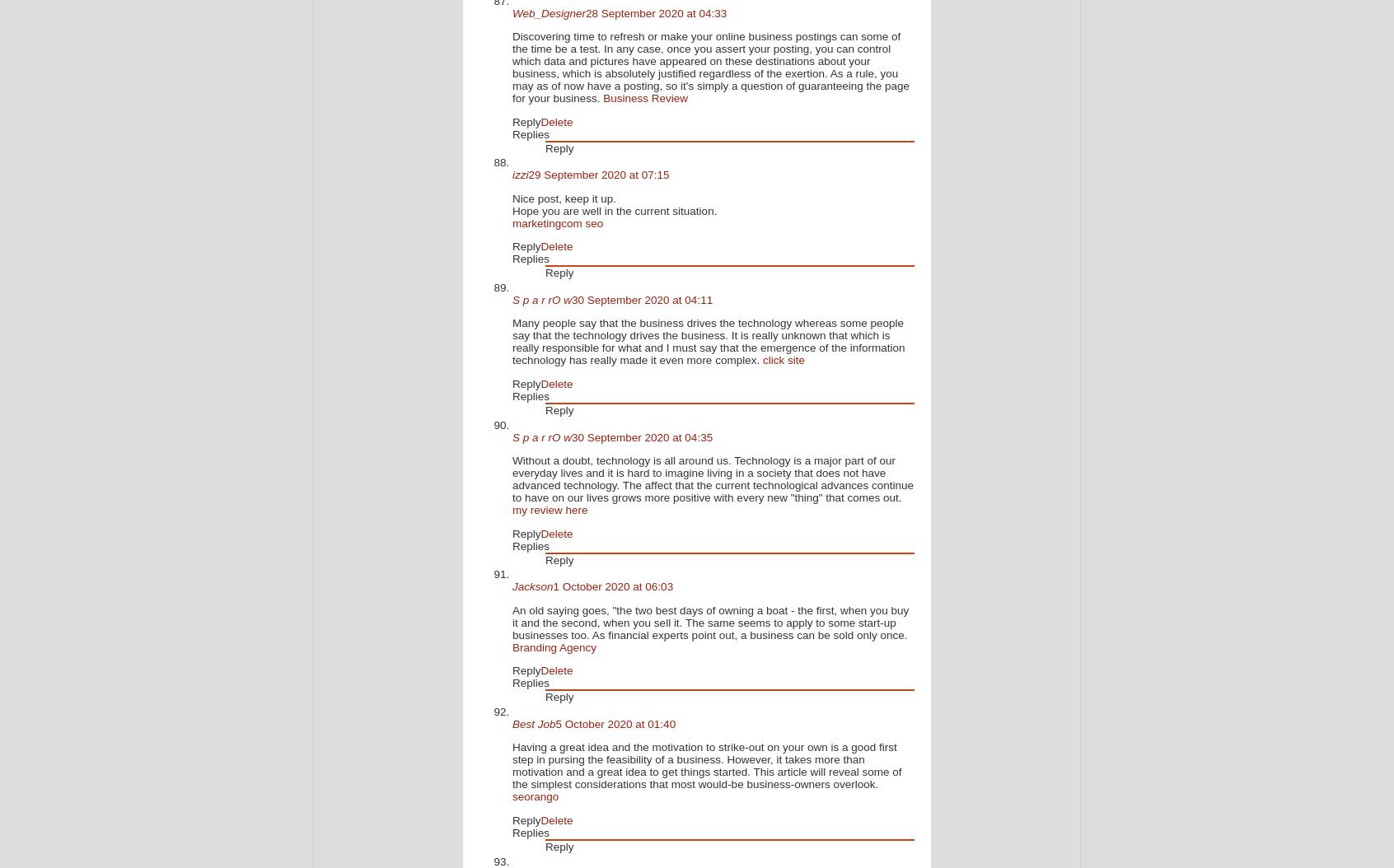 The height and width of the screenshot is (868, 1394). Describe the element at coordinates (564, 198) in the screenshot. I see `'Nice post, keep it up.'` at that location.